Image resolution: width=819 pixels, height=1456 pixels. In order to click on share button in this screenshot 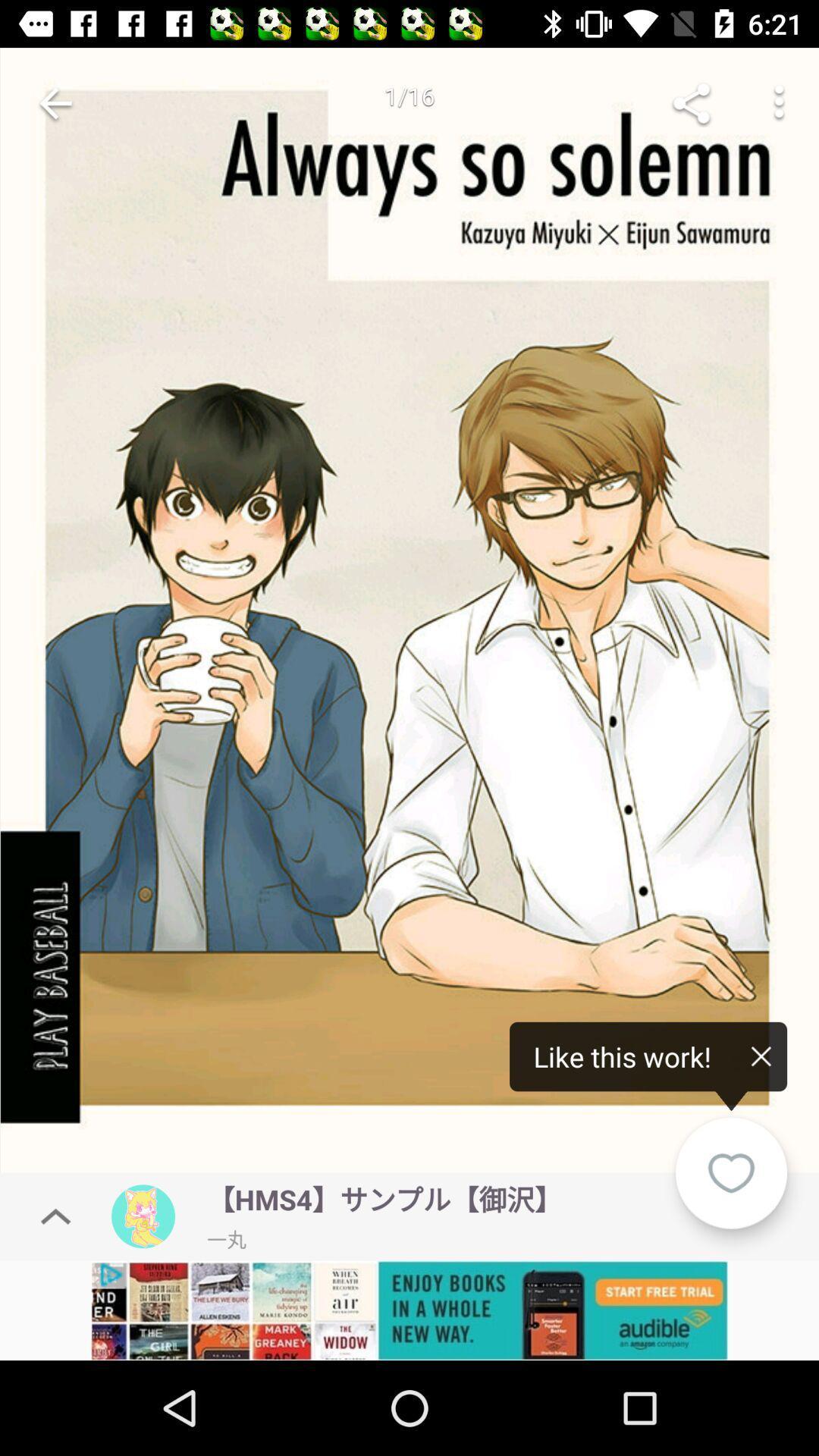, I will do `click(691, 102)`.